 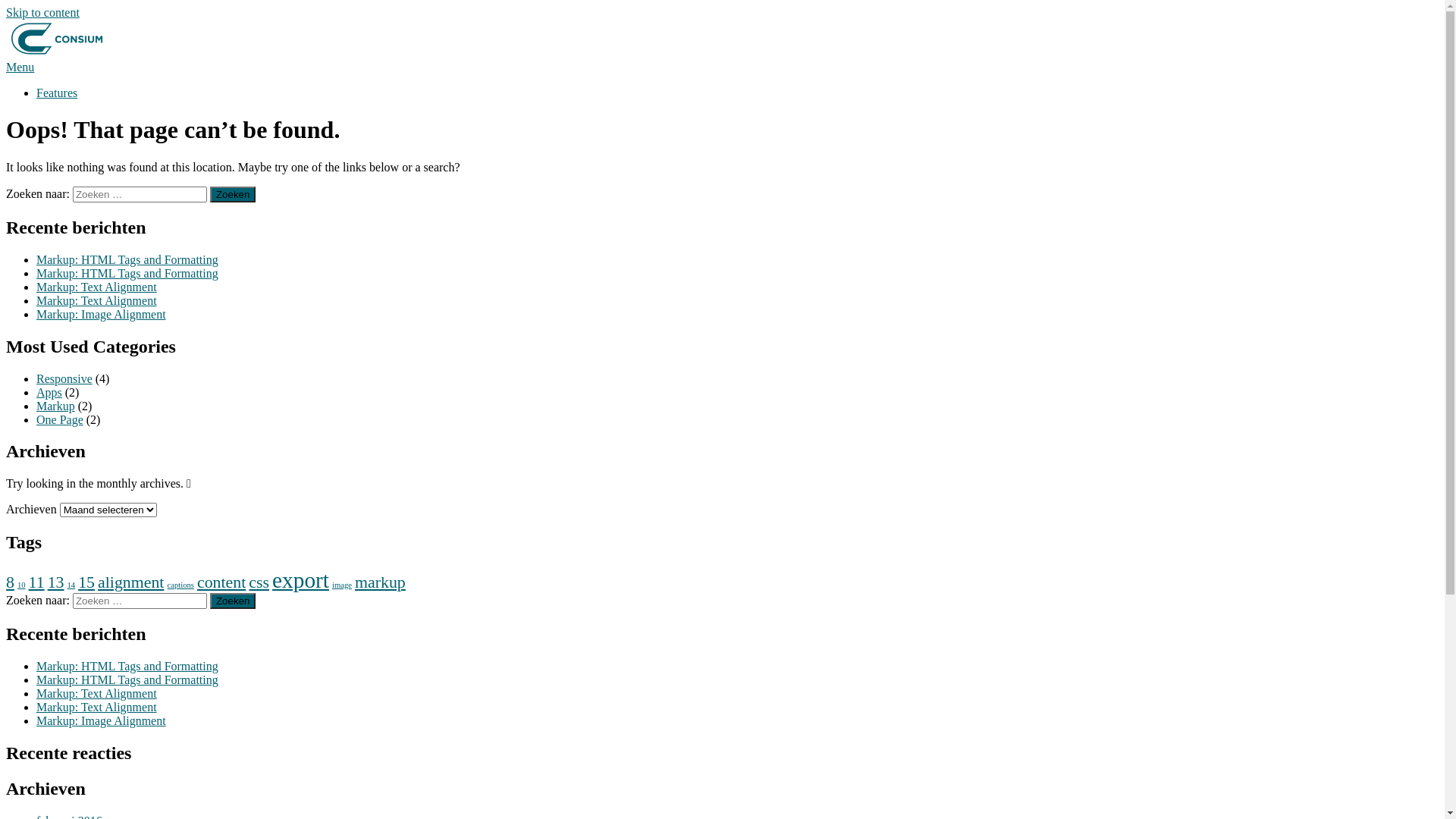 What do you see at coordinates (64, 377) in the screenshot?
I see `'Responsive'` at bounding box center [64, 377].